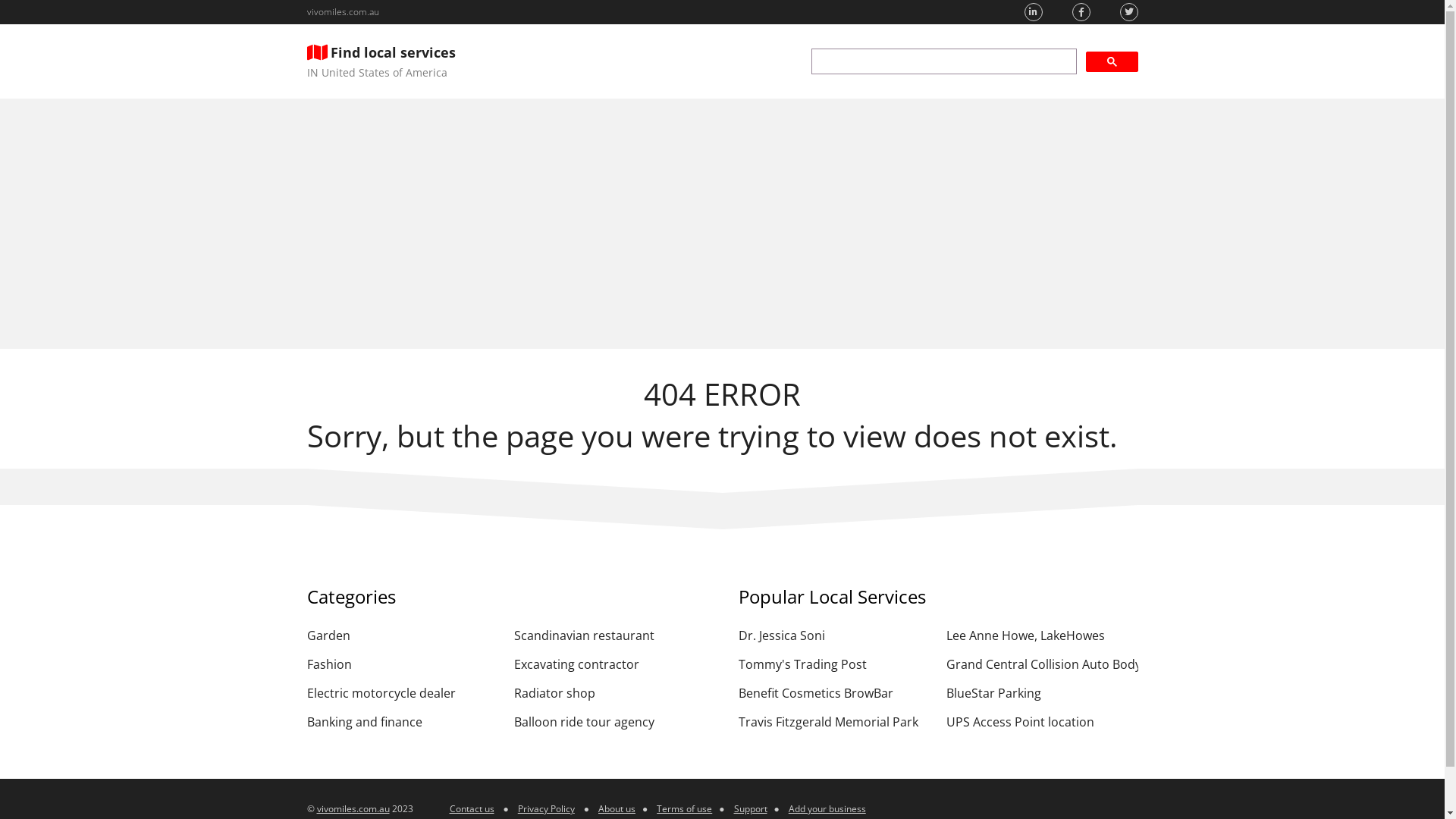 Image resolution: width=1456 pixels, height=819 pixels. What do you see at coordinates (833, 663) in the screenshot?
I see `'Tommy's Trading Post'` at bounding box center [833, 663].